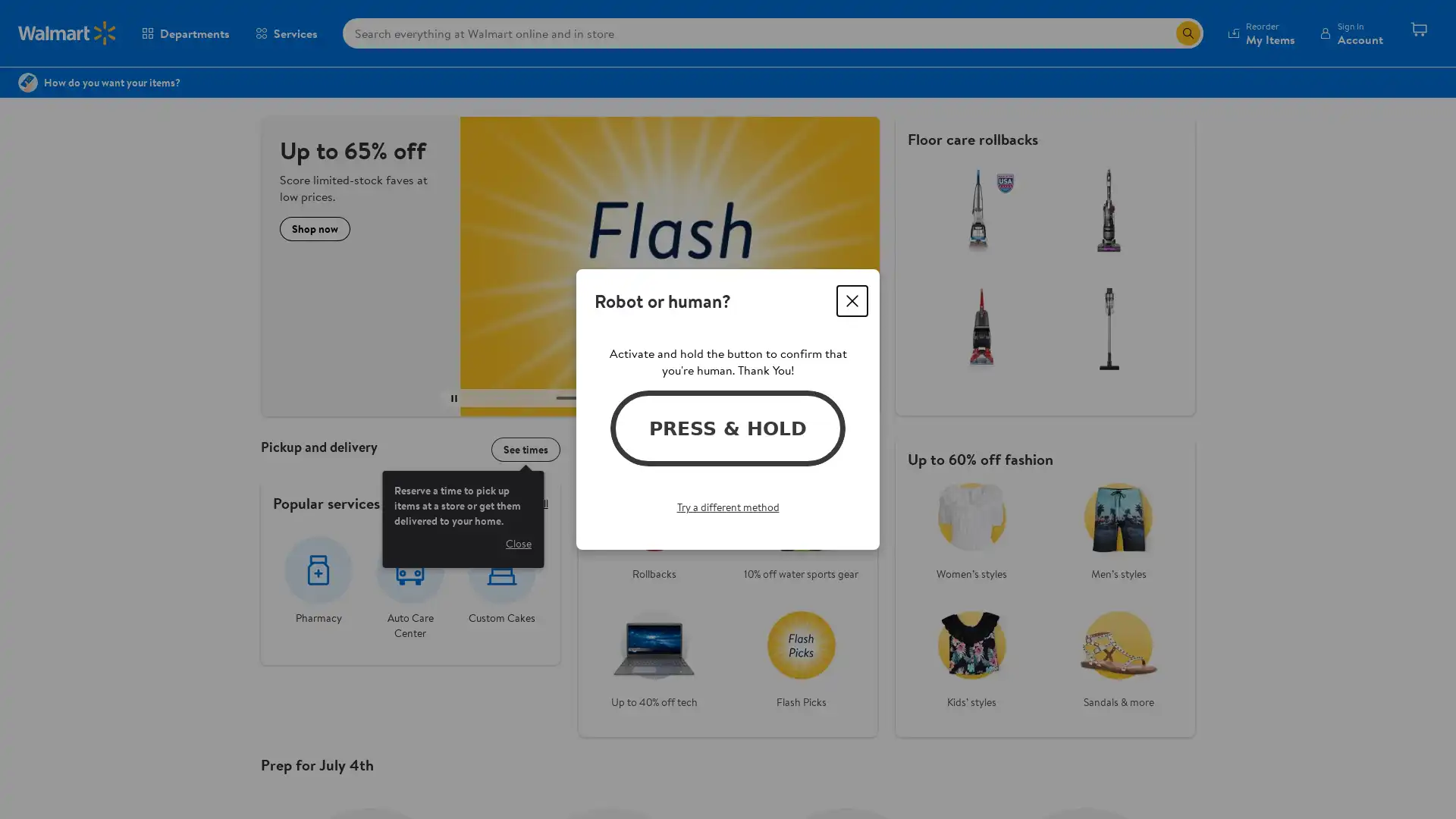  Describe the element at coordinates (453, 397) in the screenshot. I see `play` at that location.